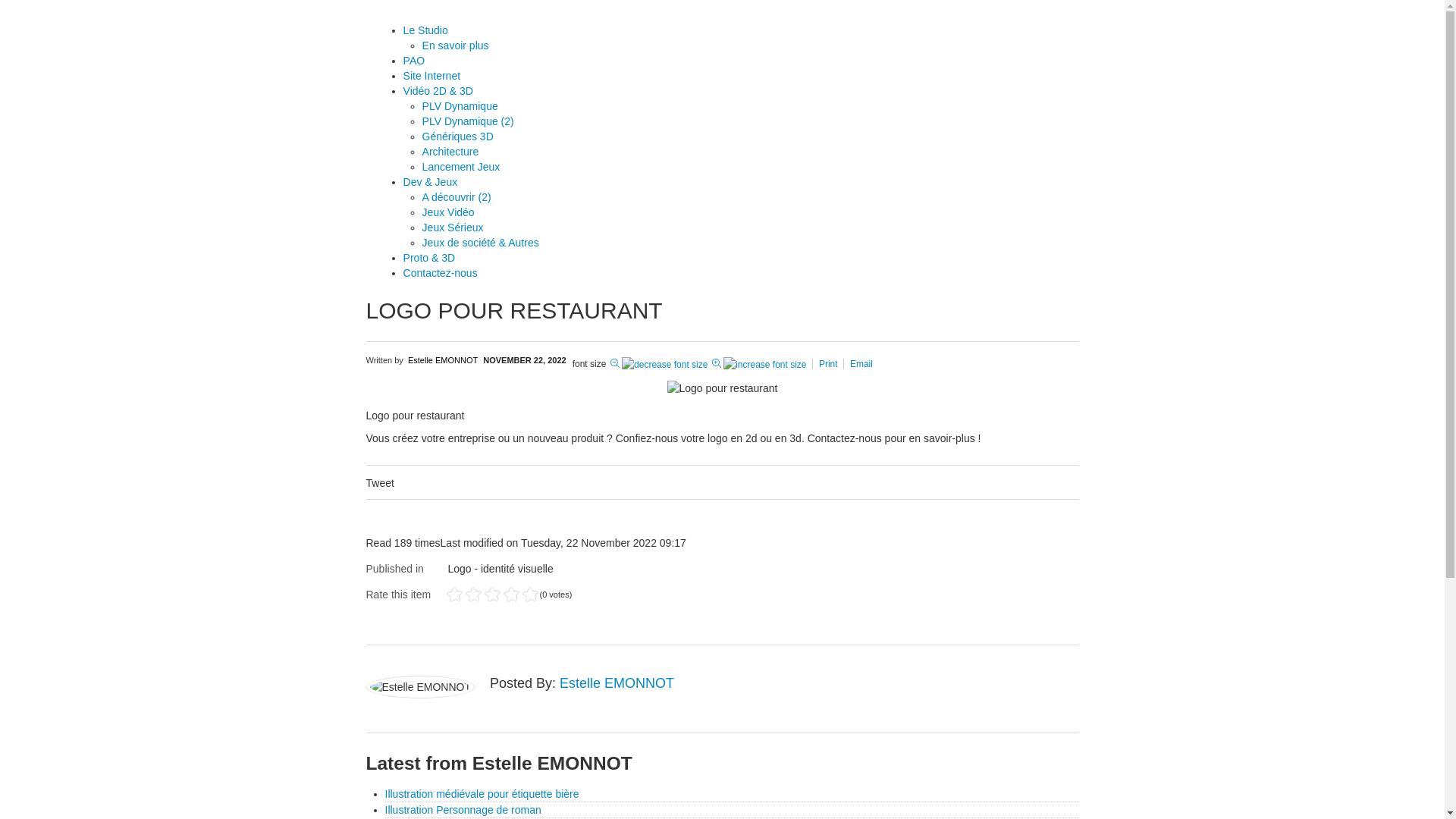 The image size is (1456, 819). Describe the element at coordinates (450, 152) in the screenshot. I see `'Architecture'` at that location.